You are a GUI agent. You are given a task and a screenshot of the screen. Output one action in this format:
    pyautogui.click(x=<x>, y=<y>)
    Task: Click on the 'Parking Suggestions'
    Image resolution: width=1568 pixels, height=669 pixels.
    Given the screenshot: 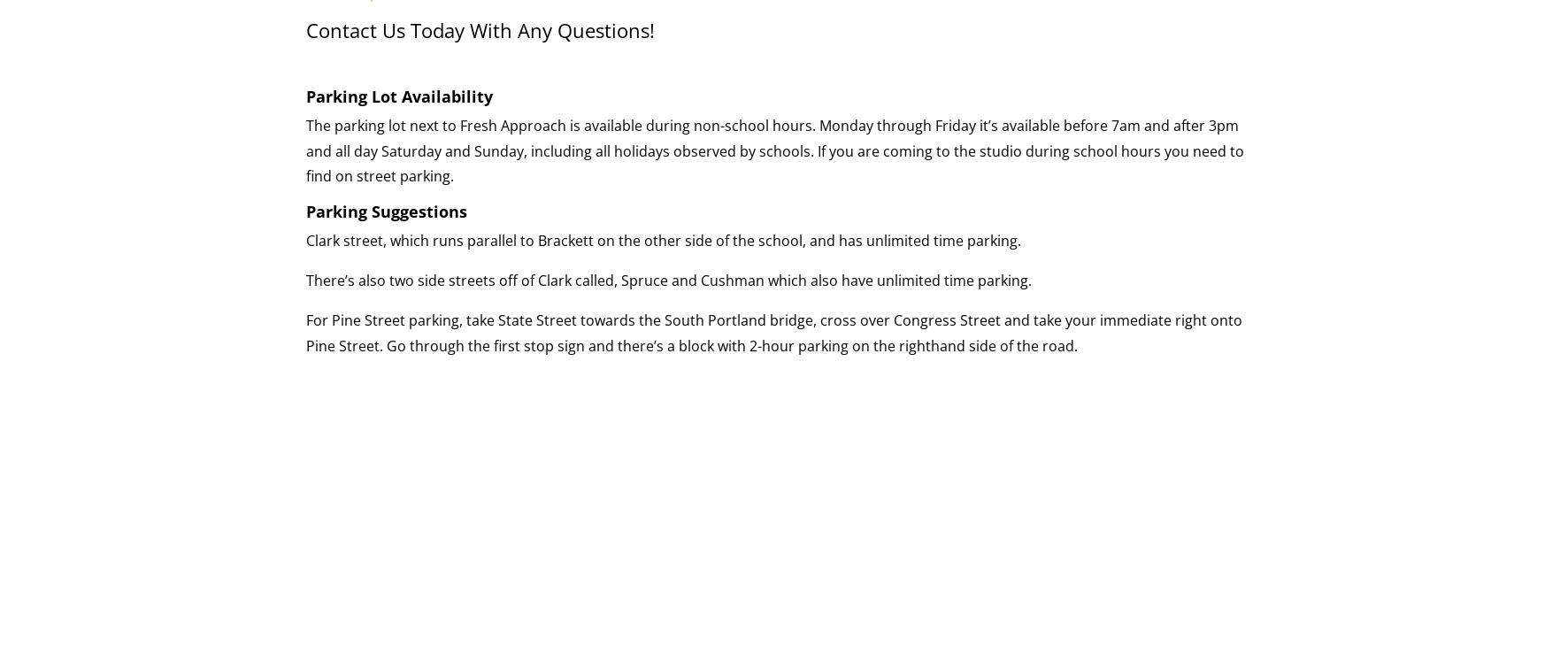 What is the action you would take?
    pyautogui.click(x=306, y=211)
    